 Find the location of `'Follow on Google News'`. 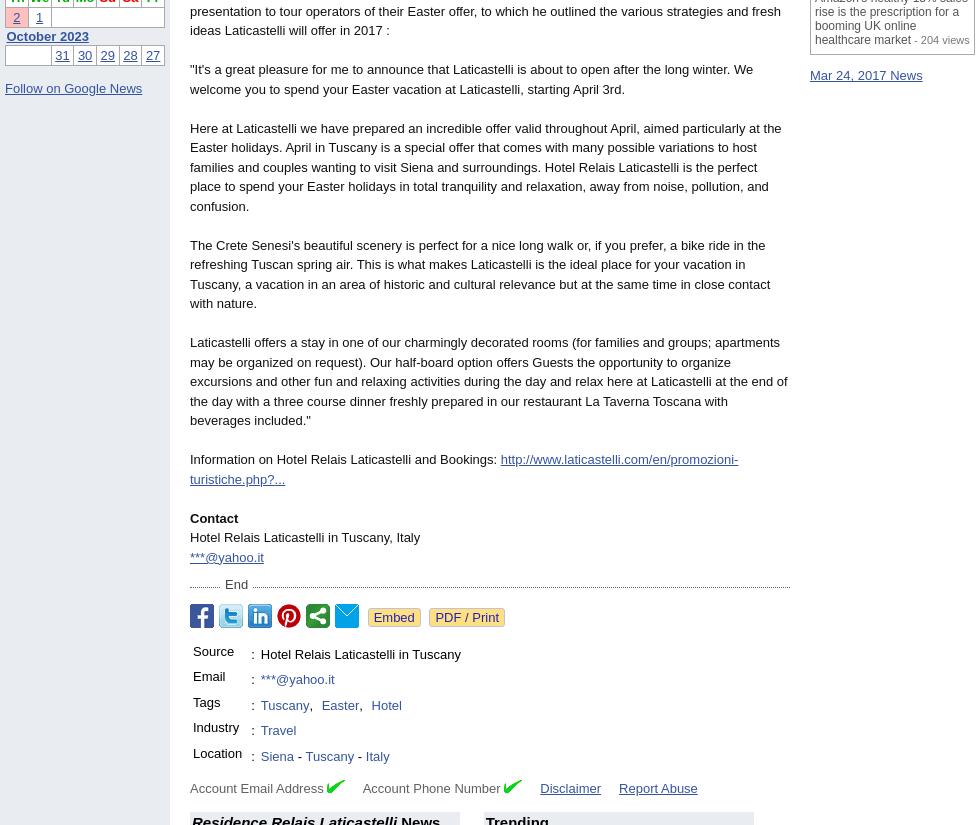

'Follow on Google News' is located at coordinates (73, 86).